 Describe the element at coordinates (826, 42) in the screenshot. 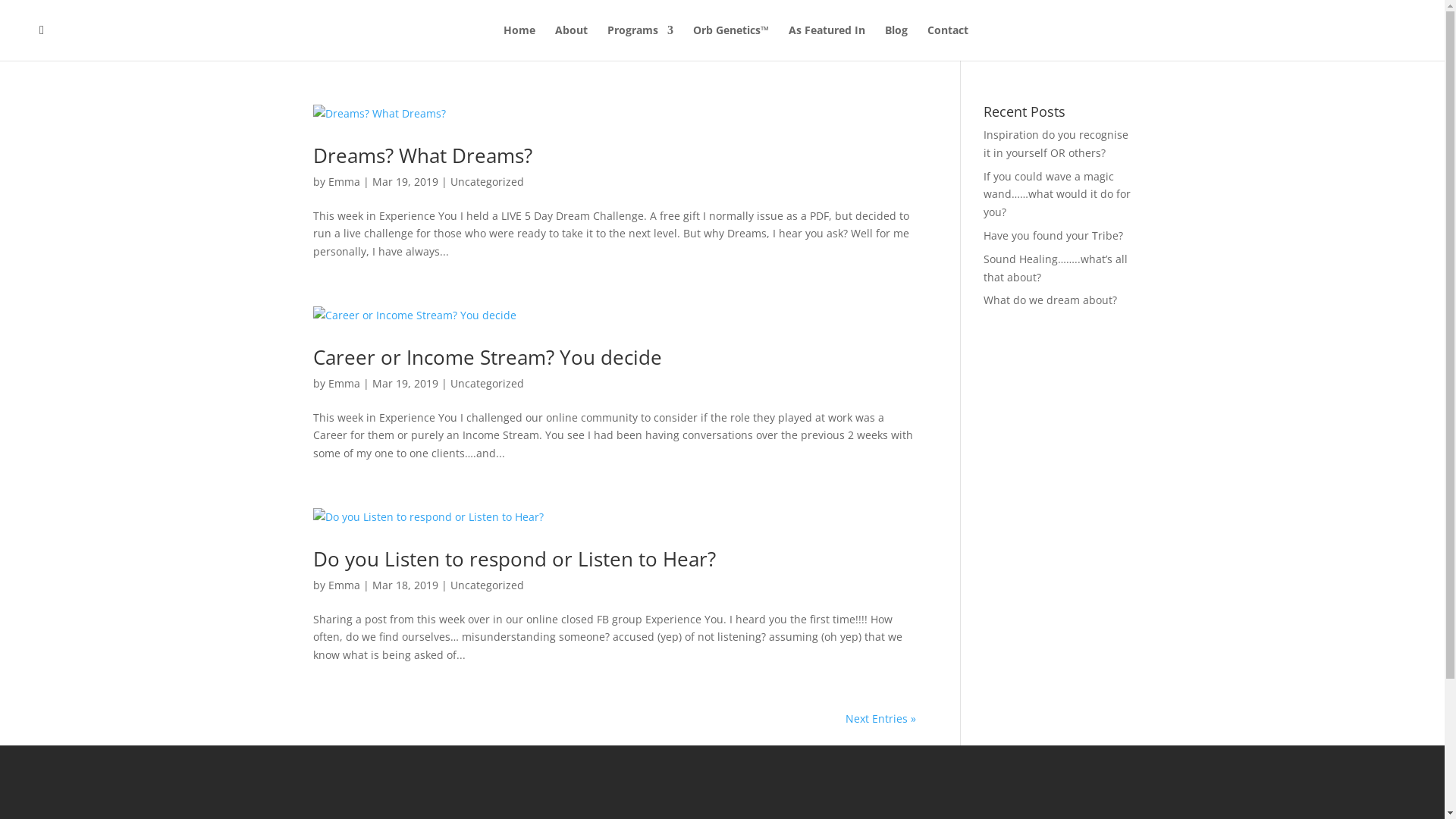

I see `'As Featured In'` at that location.